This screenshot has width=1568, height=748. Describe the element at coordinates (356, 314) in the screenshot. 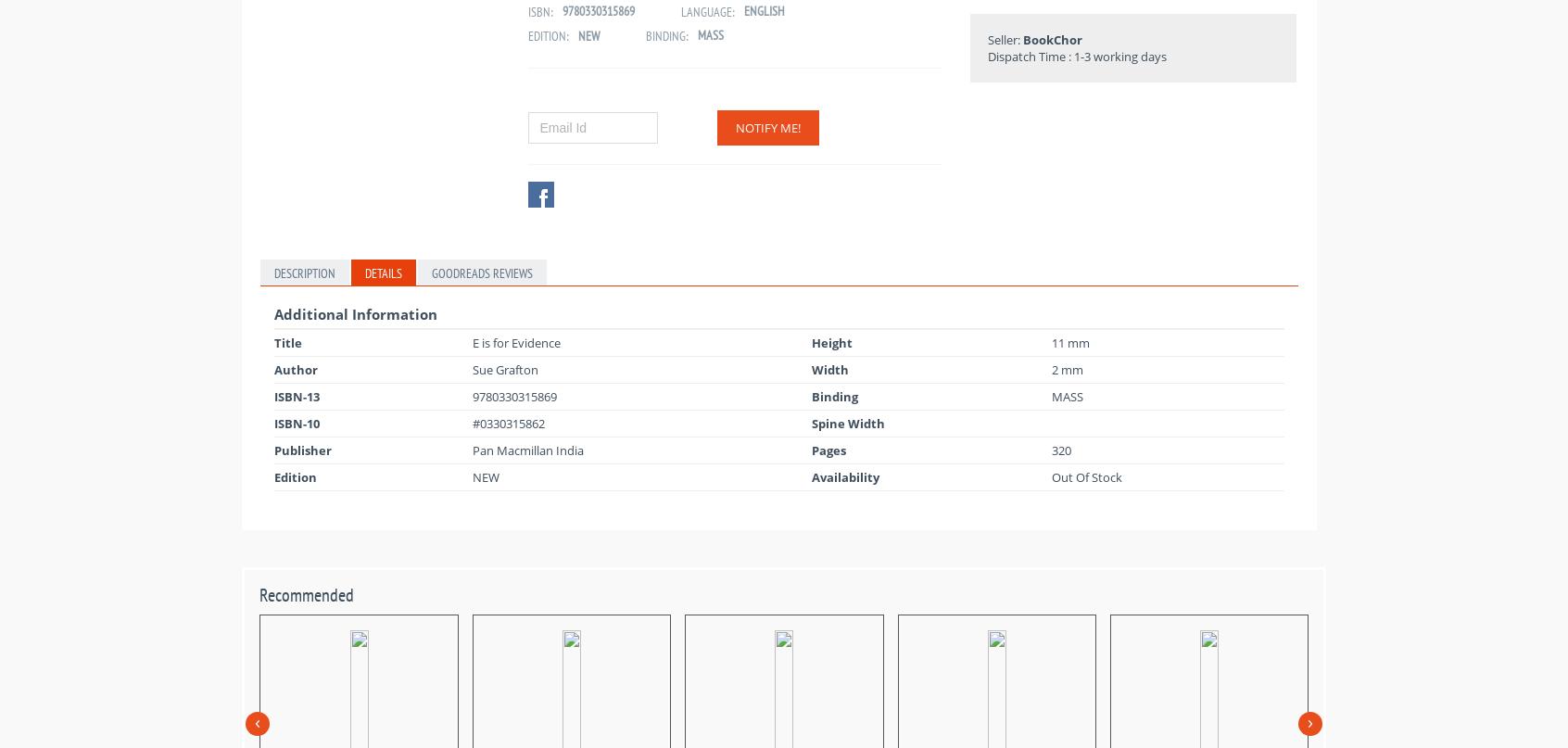

I see `'Additional Information'` at that location.